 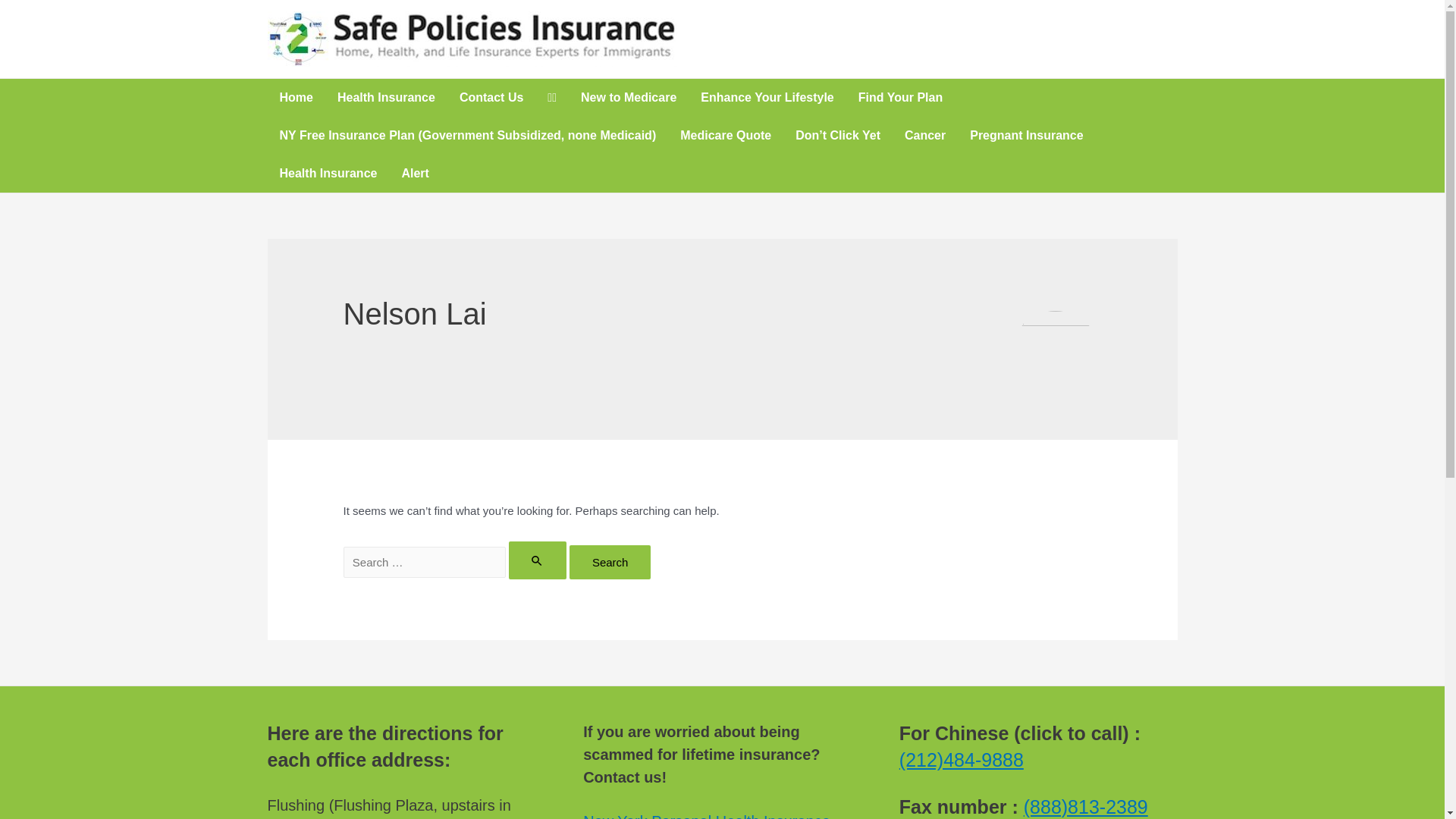 I want to click on 'Home', so click(x=295, y=97).